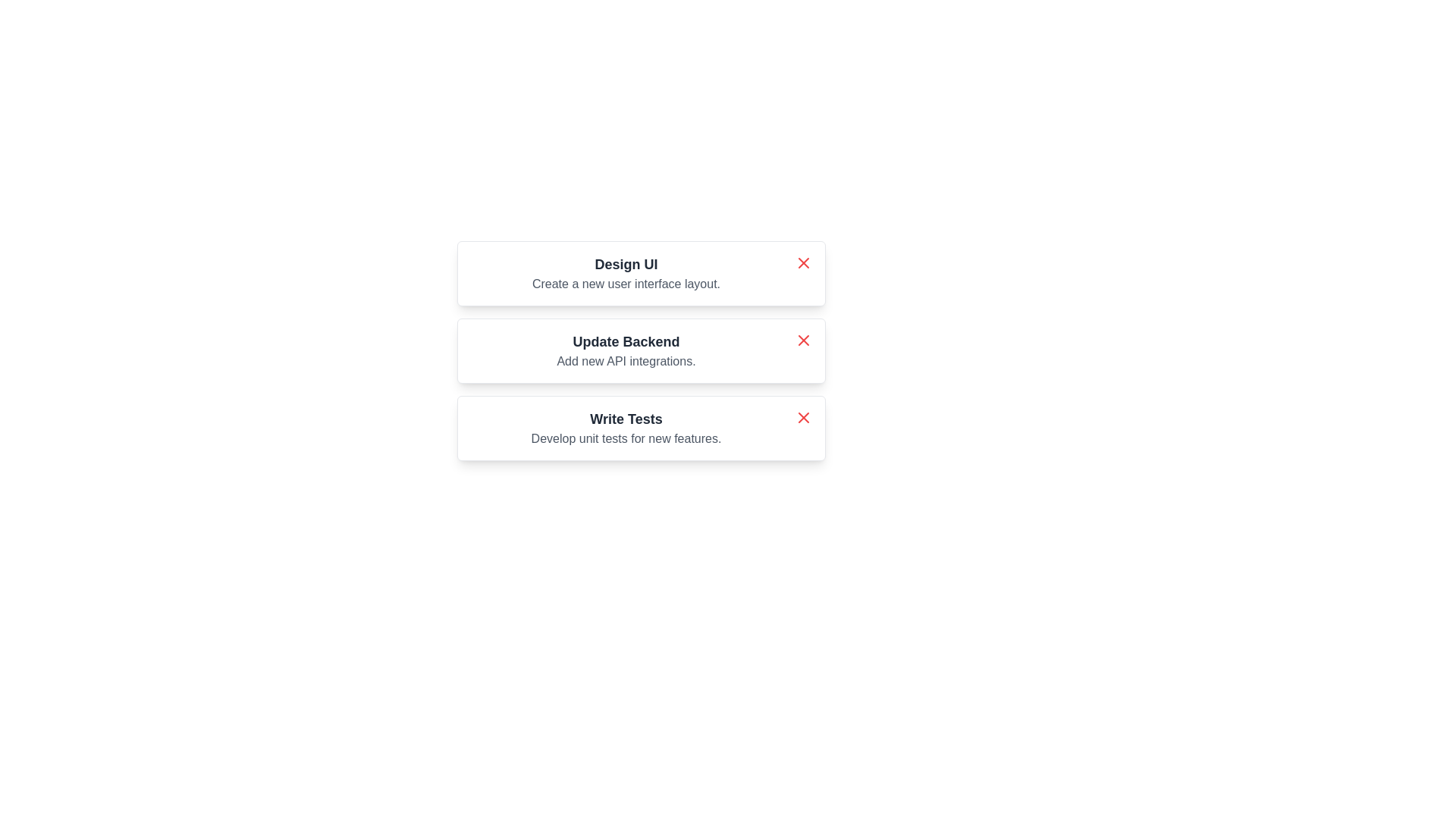  I want to click on the static text displaying 'Develop unit tests for new features.' located within the 'Write Tests' card as the descriptive subtext, so click(626, 438).